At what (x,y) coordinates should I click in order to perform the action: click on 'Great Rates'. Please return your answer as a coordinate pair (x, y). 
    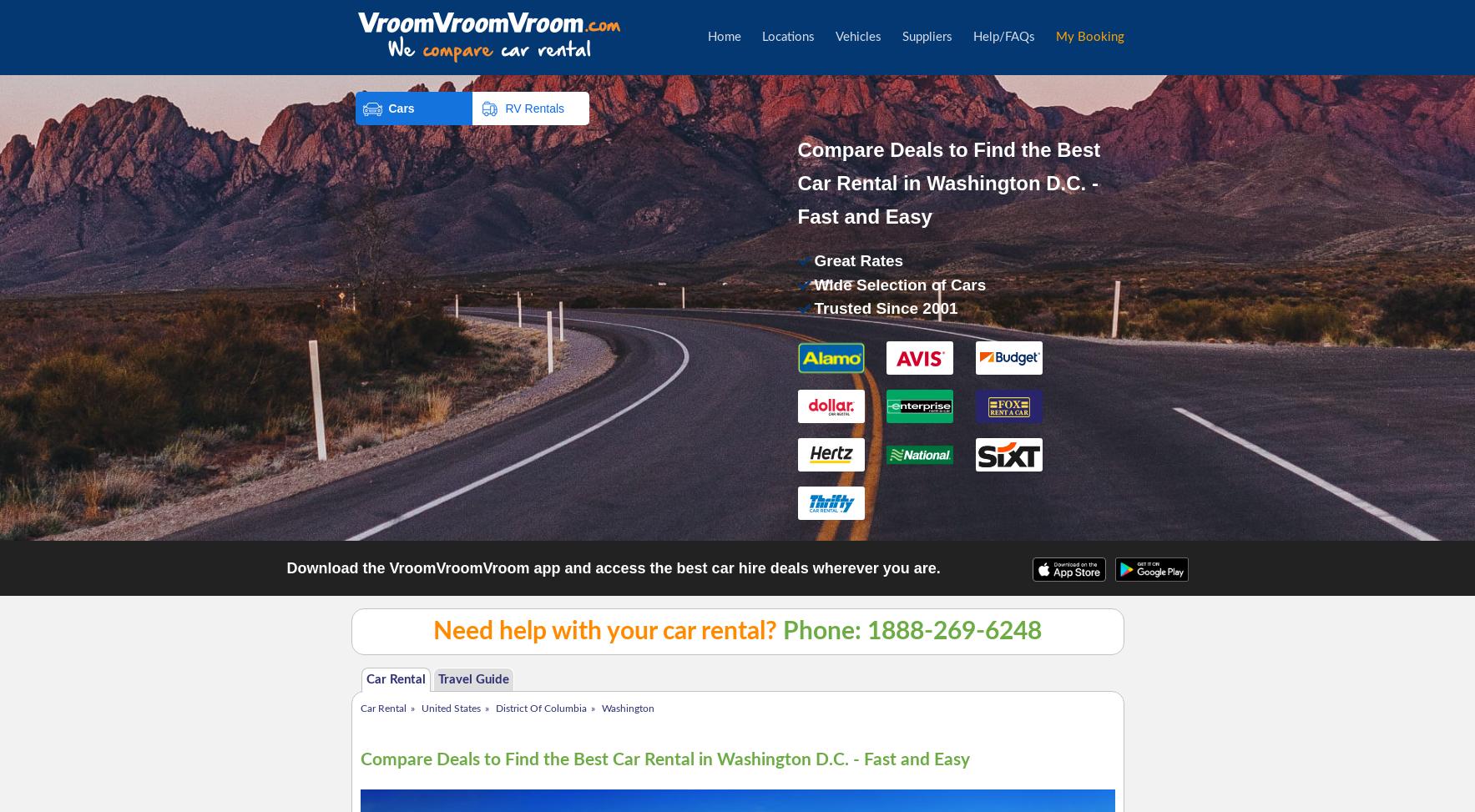
    Looking at the image, I should click on (814, 260).